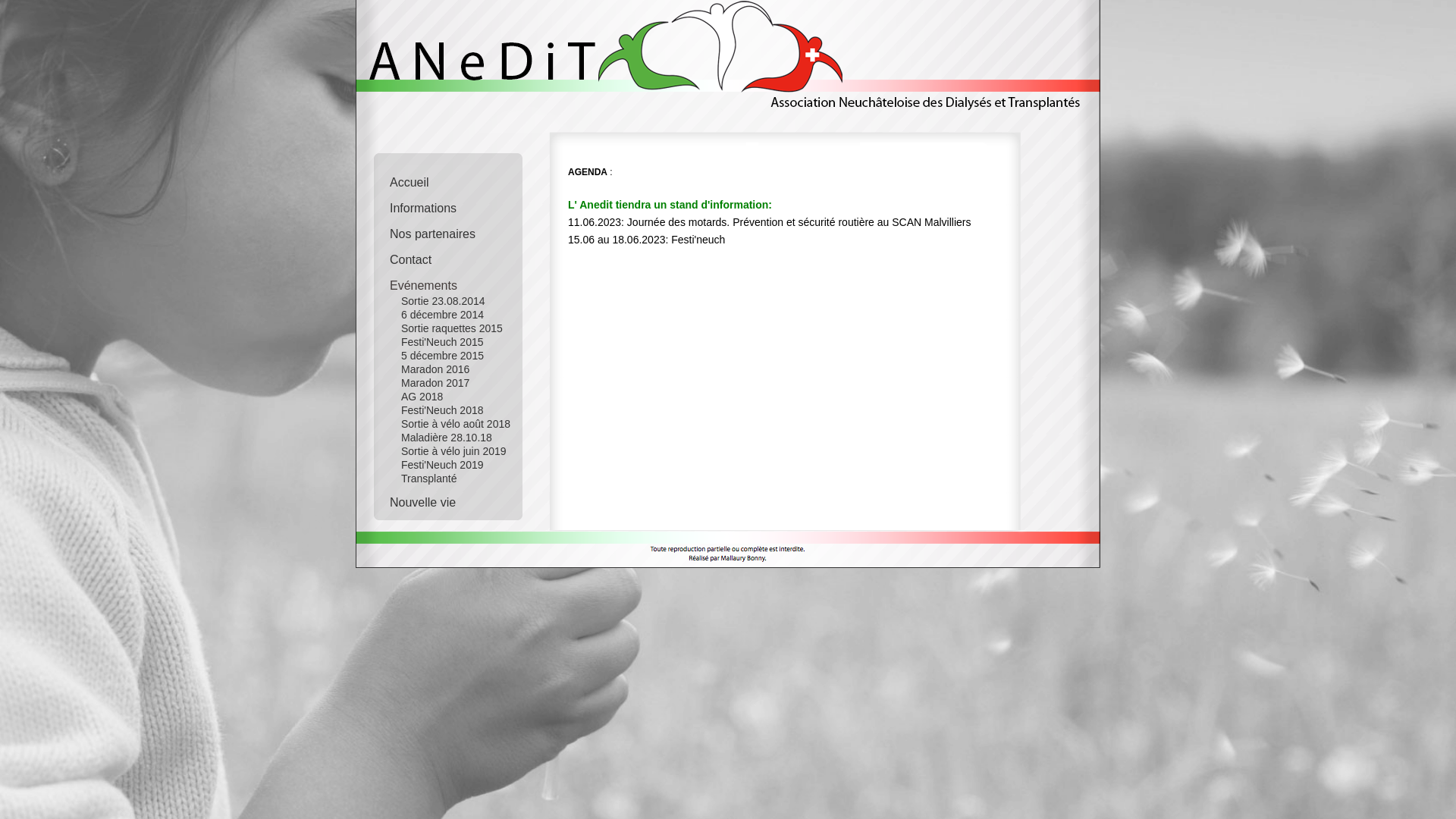  Describe the element at coordinates (446, 396) in the screenshot. I see `'AG 2018'` at that location.